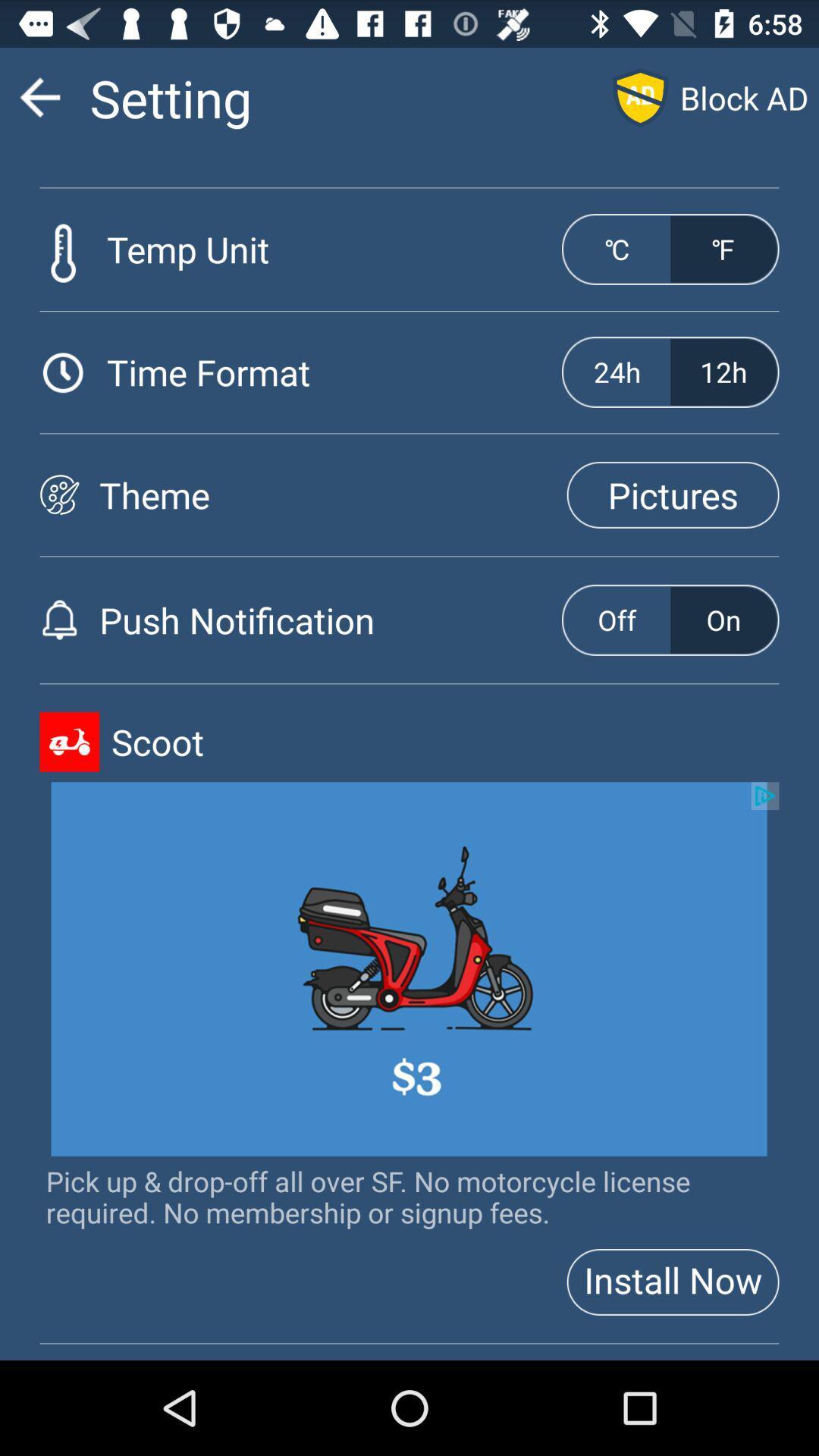  Describe the element at coordinates (39, 96) in the screenshot. I see `the back arrow button at the top left of the page` at that location.